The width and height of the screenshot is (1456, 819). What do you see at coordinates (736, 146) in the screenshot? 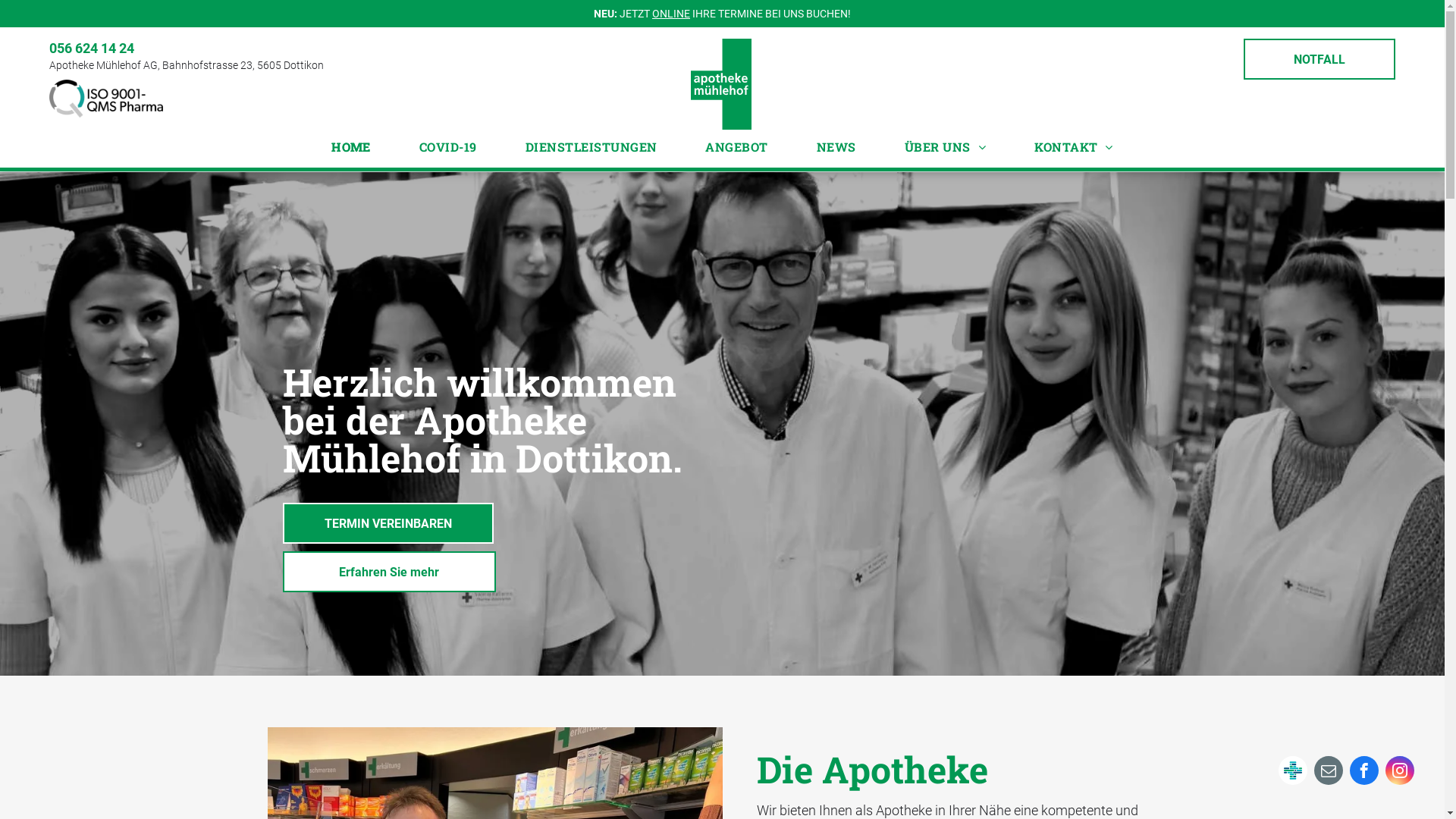
I see `'ANGEBOT'` at bounding box center [736, 146].